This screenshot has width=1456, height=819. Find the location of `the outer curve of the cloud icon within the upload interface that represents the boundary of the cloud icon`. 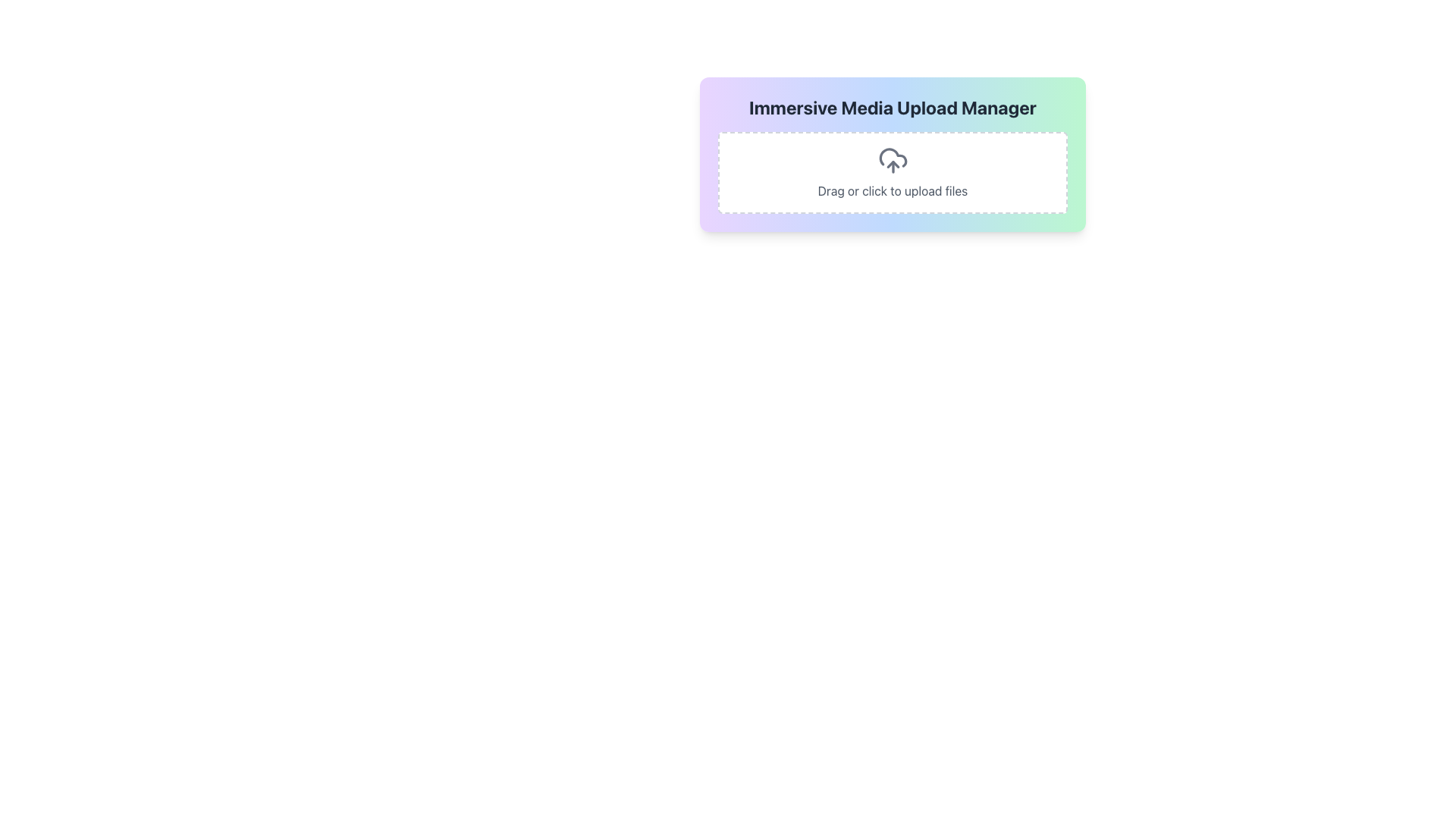

the outer curve of the cloud icon within the upload interface that represents the boundary of the cloud icon is located at coordinates (893, 158).